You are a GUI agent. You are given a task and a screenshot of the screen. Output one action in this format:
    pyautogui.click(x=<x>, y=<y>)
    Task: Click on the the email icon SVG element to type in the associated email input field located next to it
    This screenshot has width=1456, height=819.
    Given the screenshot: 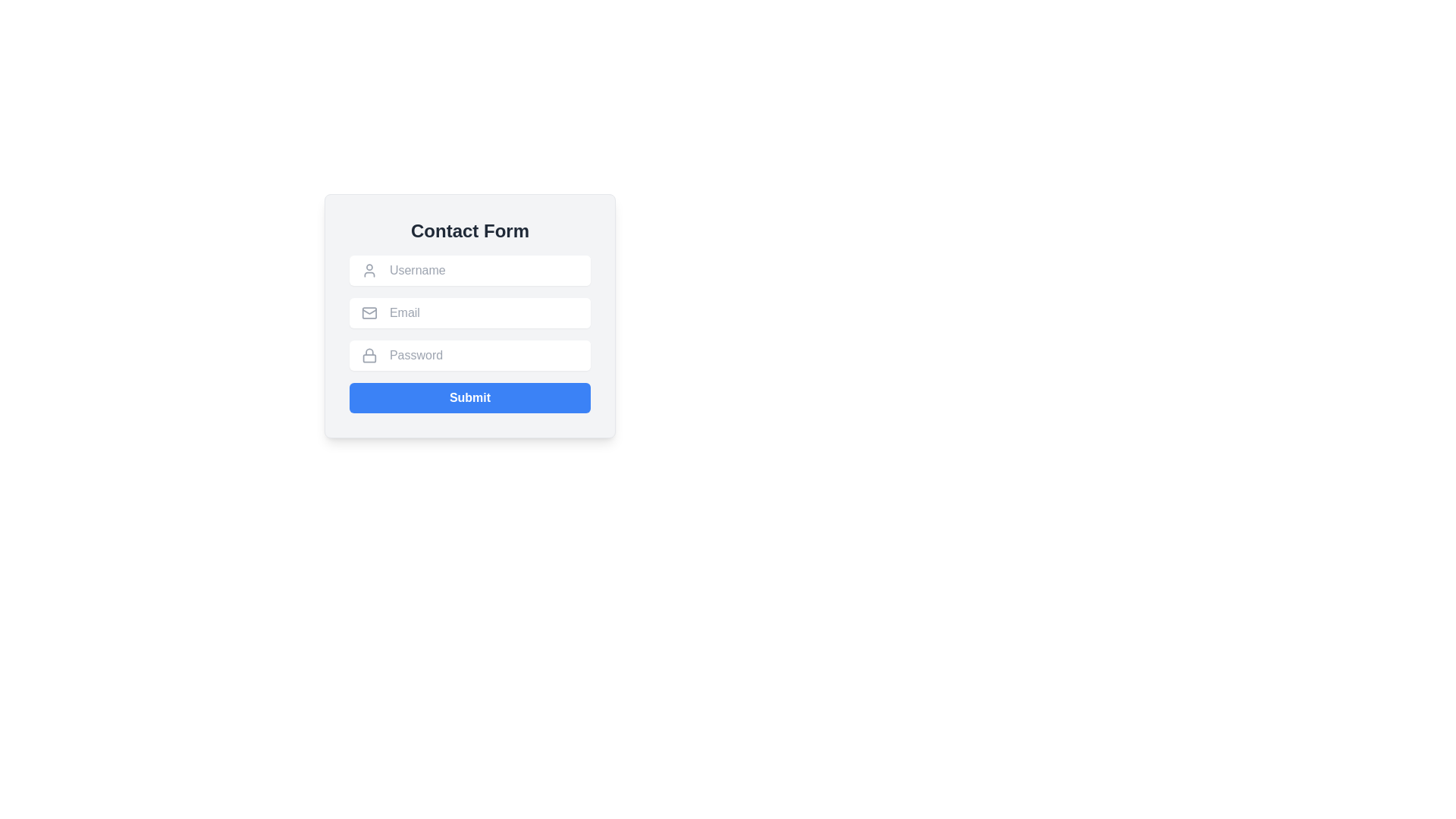 What is the action you would take?
    pyautogui.click(x=369, y=311)
    